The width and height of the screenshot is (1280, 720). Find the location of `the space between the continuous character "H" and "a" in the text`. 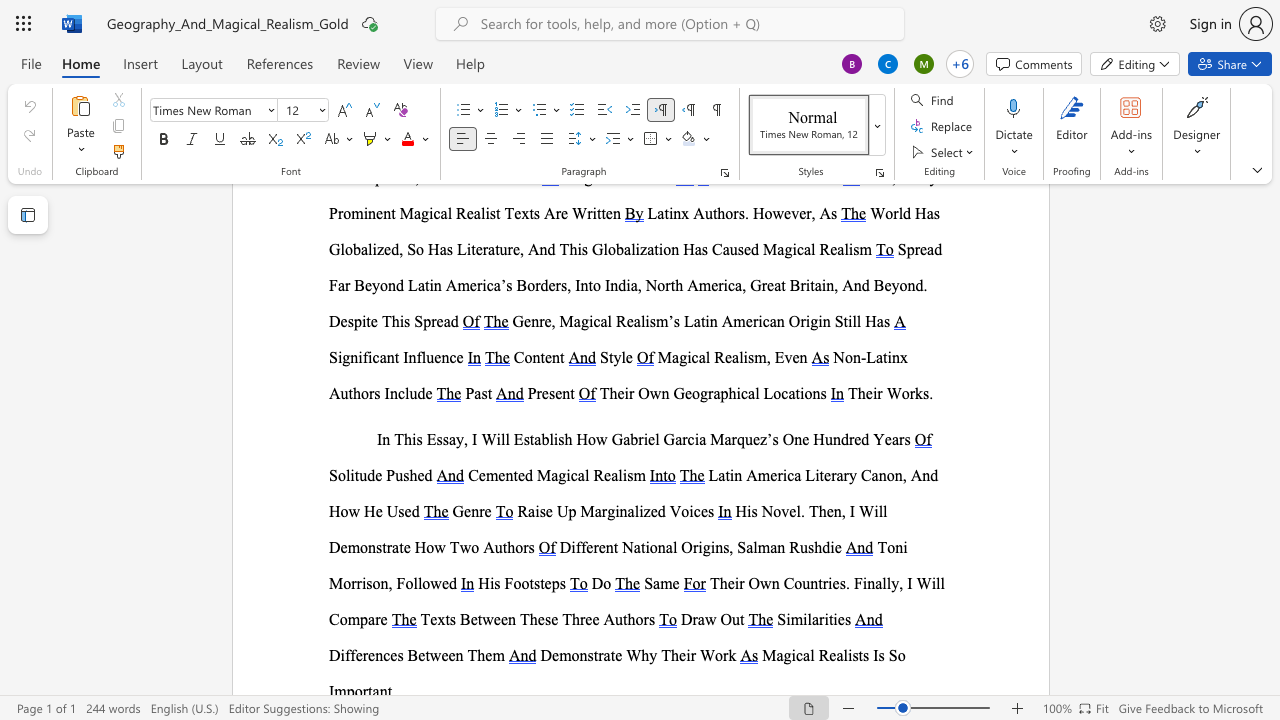

the space between the continuous character "H" and "a" in the text is located at coordinates (875, 320).